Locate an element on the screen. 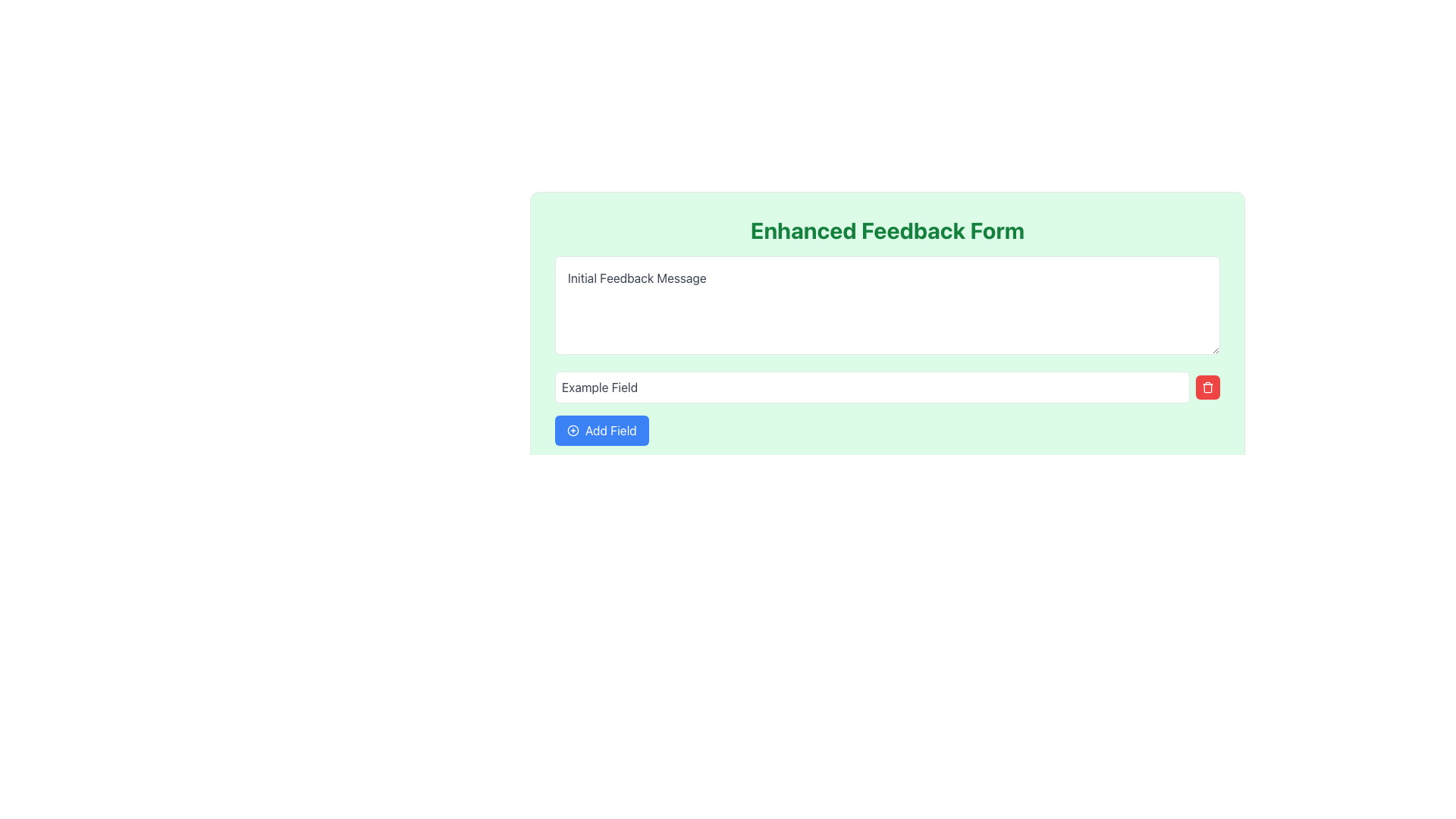  the circular SVG outline element located towards the lower right of the form interface, adjacent to the 'Example Field.' is located at coordinates (572, 430).